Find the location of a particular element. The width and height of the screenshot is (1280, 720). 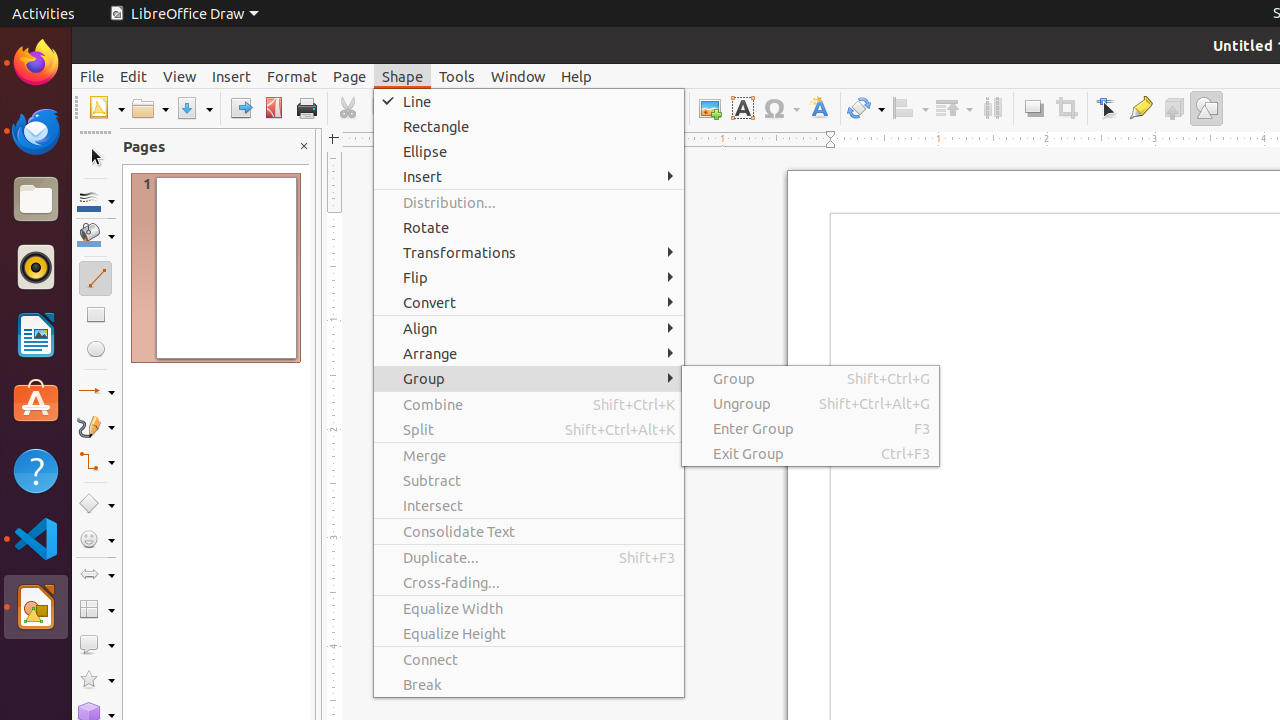

'Arrange' is located at coordinates (529, 352).